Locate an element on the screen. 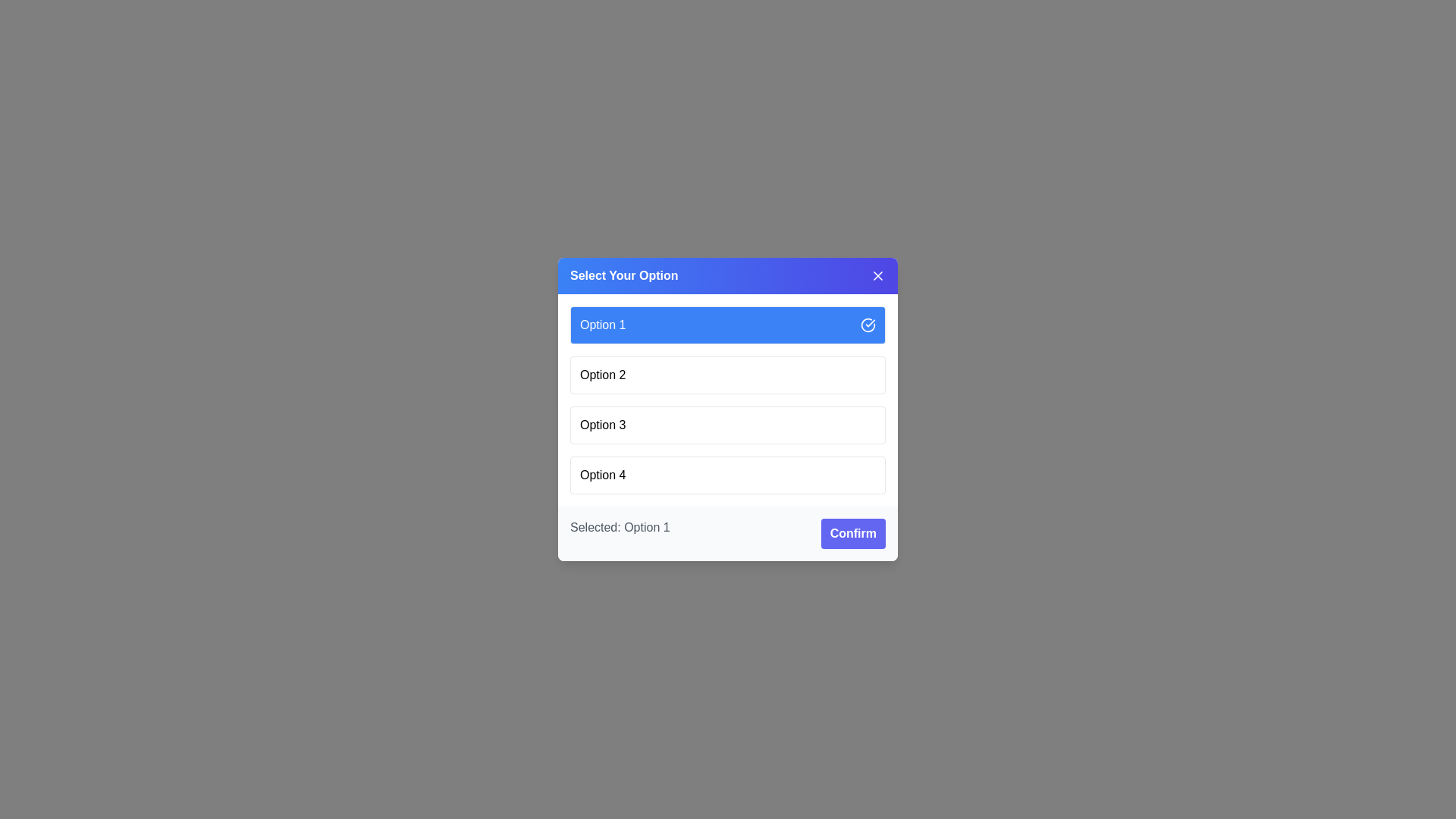 This screenshot has height=819, width=1456. the Text Label that displays the currently selected option, located at the left side of the bottom section of the modal dialog, adjacent to the 'Confirm' button is located at coordinates (620, 533).